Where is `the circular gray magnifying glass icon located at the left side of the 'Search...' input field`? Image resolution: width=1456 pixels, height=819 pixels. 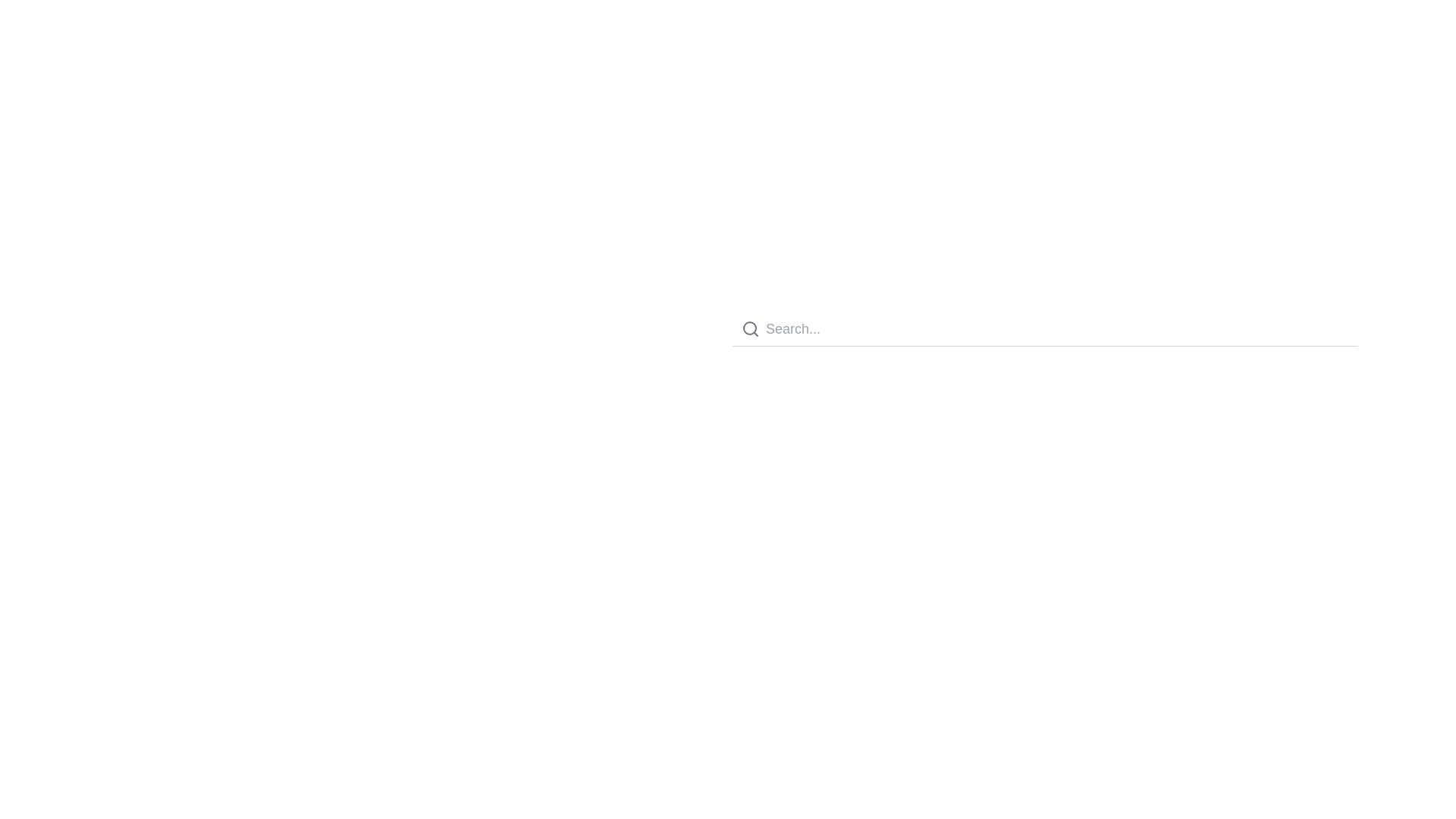
the circular gray magnifying glass icon located at the left side of the 'Search...' input field is located at coordinates (750, 328).